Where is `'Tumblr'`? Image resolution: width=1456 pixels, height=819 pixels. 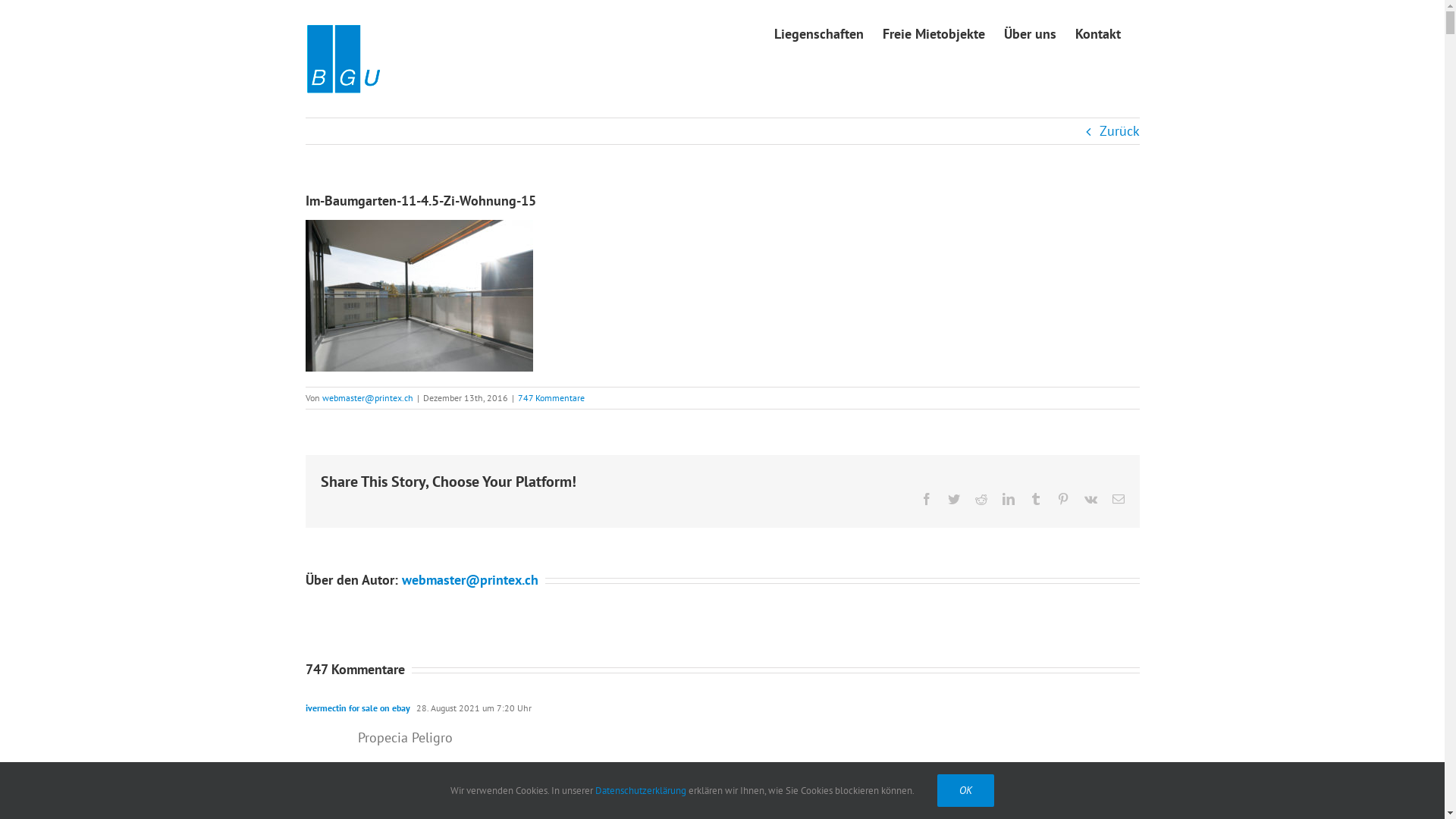
'Tumblr' is located at coordinates (1035, 499).